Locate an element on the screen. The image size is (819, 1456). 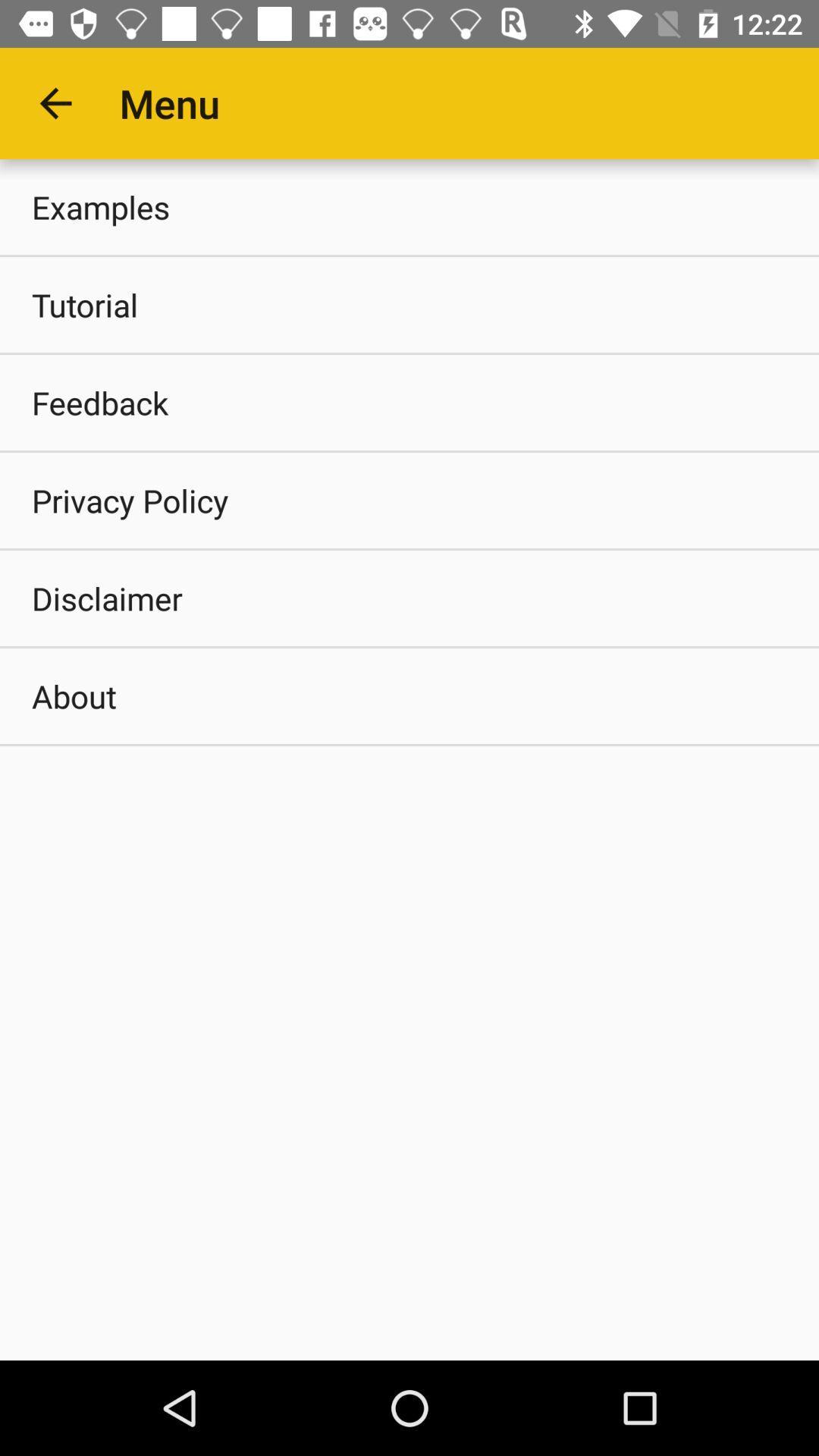
disclaimer item is located at coordinates (409, 597).